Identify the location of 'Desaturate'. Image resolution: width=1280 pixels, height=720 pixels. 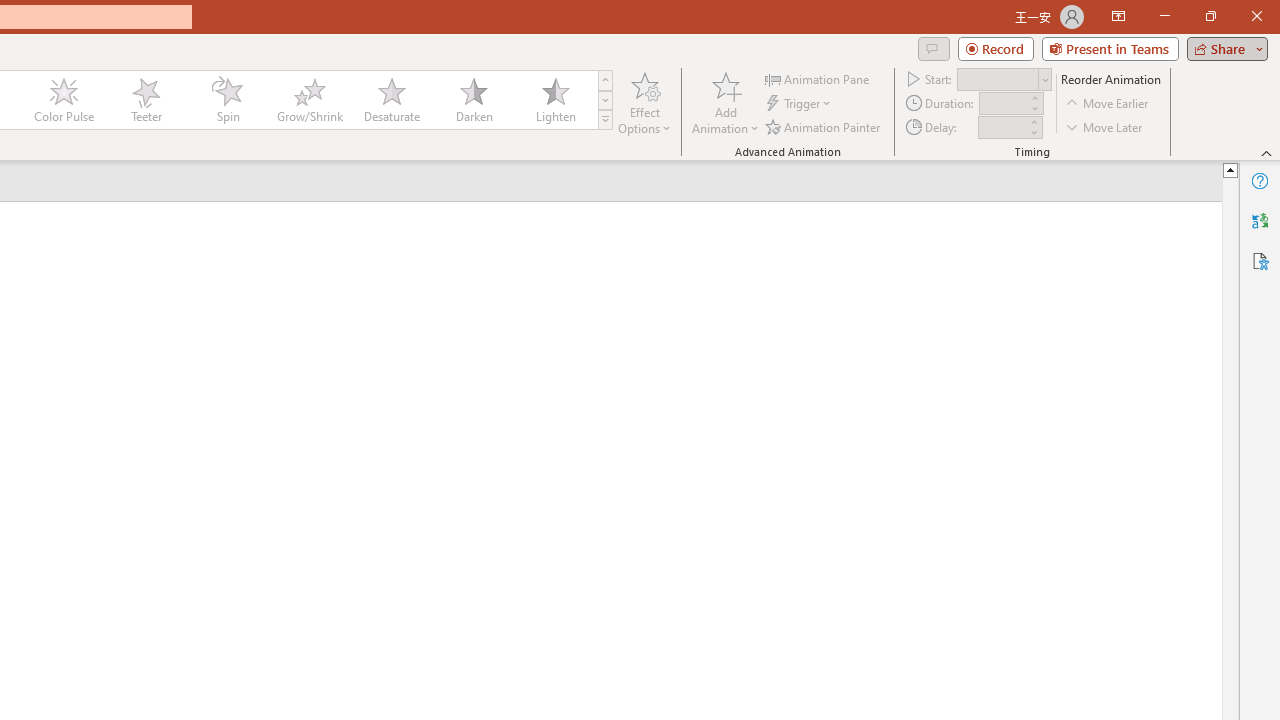
(391, 100).